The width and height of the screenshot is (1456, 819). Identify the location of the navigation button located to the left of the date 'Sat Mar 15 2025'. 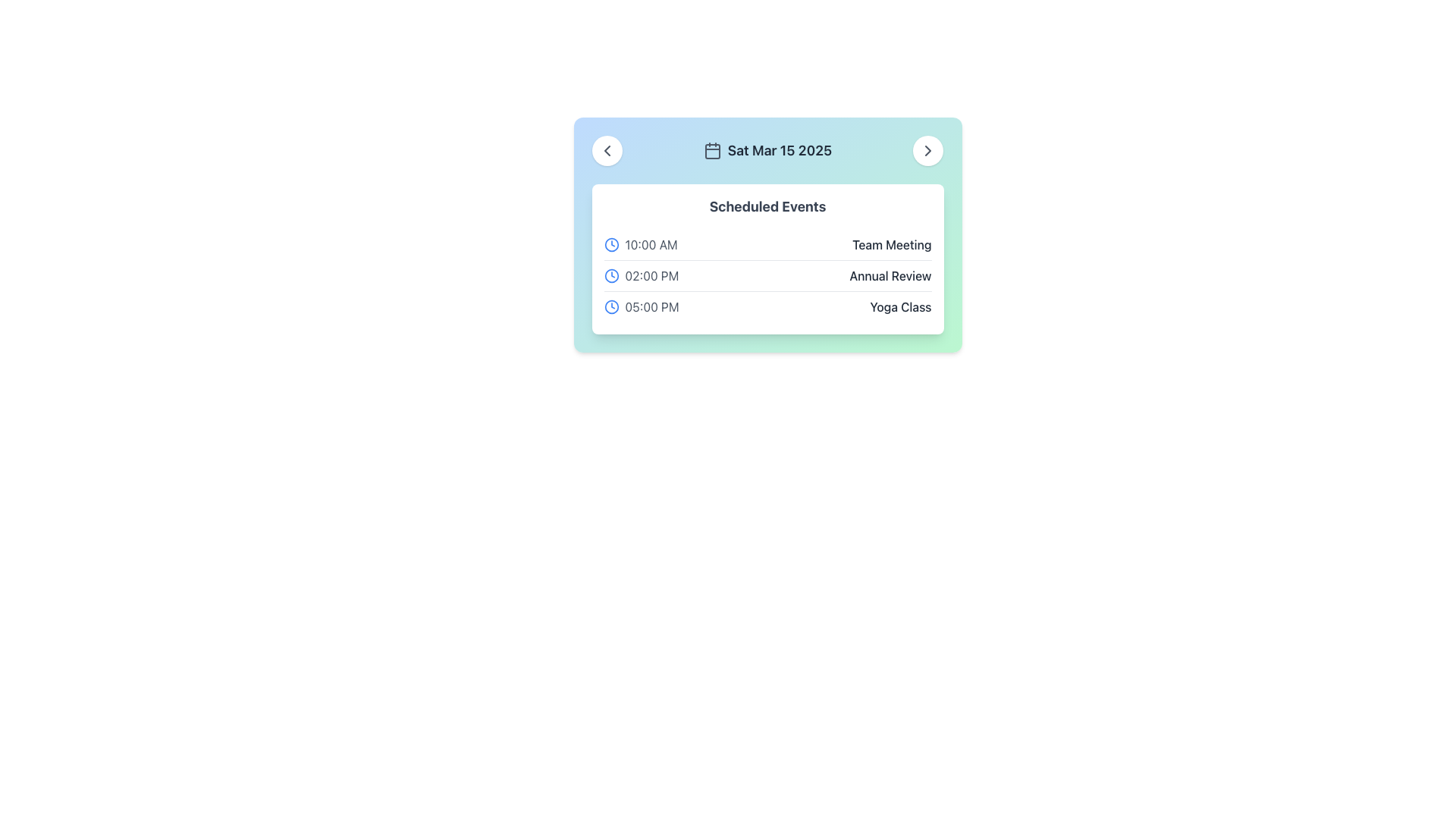
(607, 151).